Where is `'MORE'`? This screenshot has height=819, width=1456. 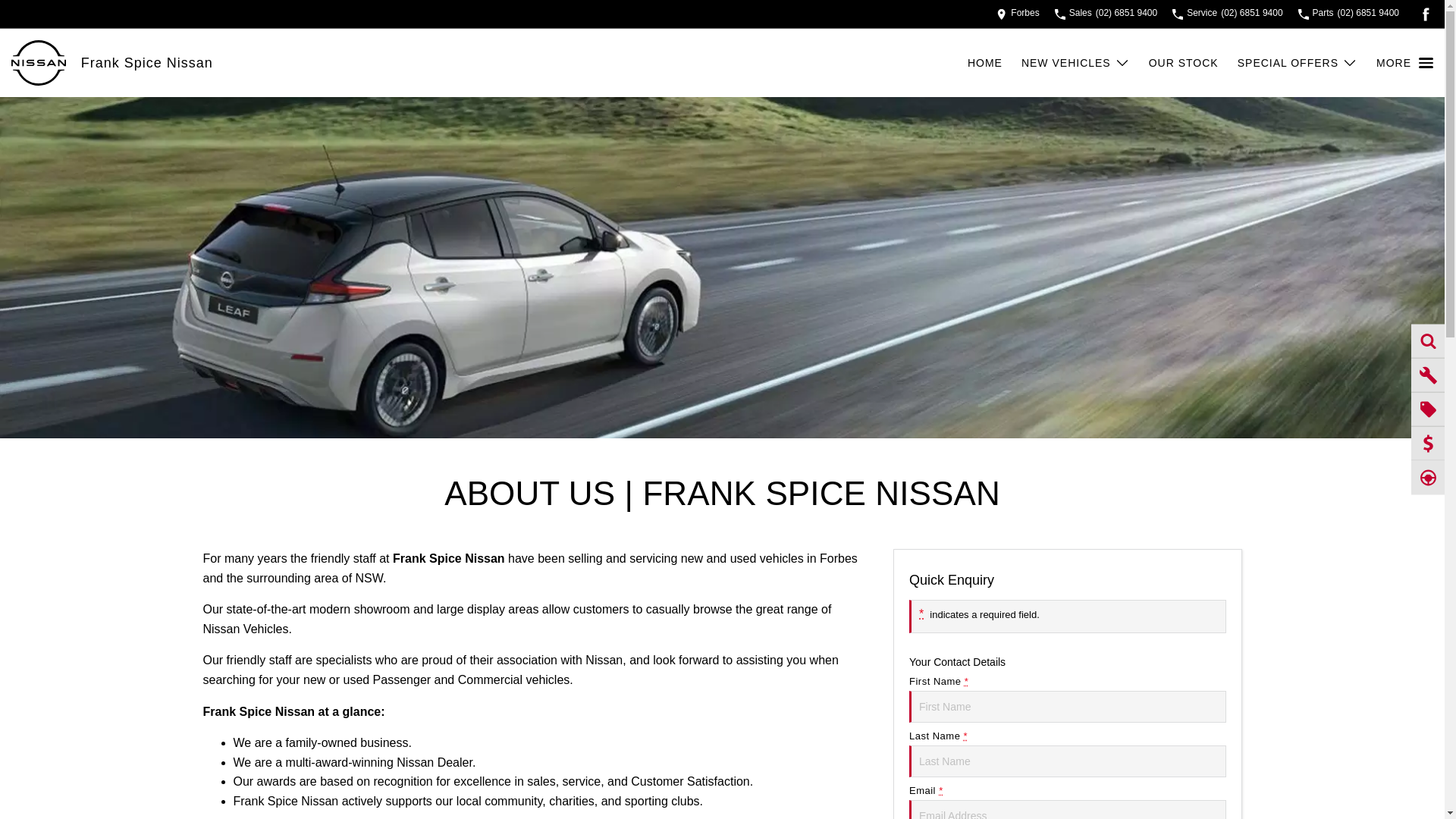
'MORE' is located at coordinates (1404, 62).